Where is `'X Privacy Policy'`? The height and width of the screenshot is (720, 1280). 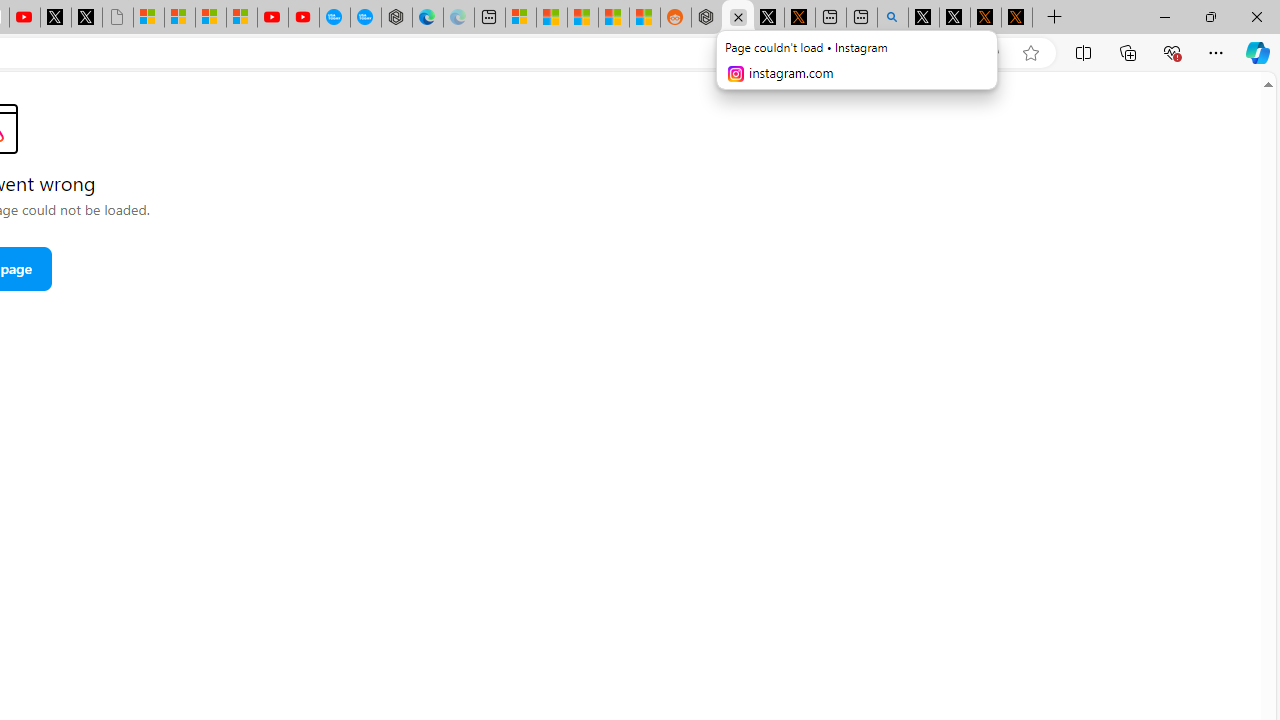 'X Privacy Policy' is located at coordinates (1016, 17).